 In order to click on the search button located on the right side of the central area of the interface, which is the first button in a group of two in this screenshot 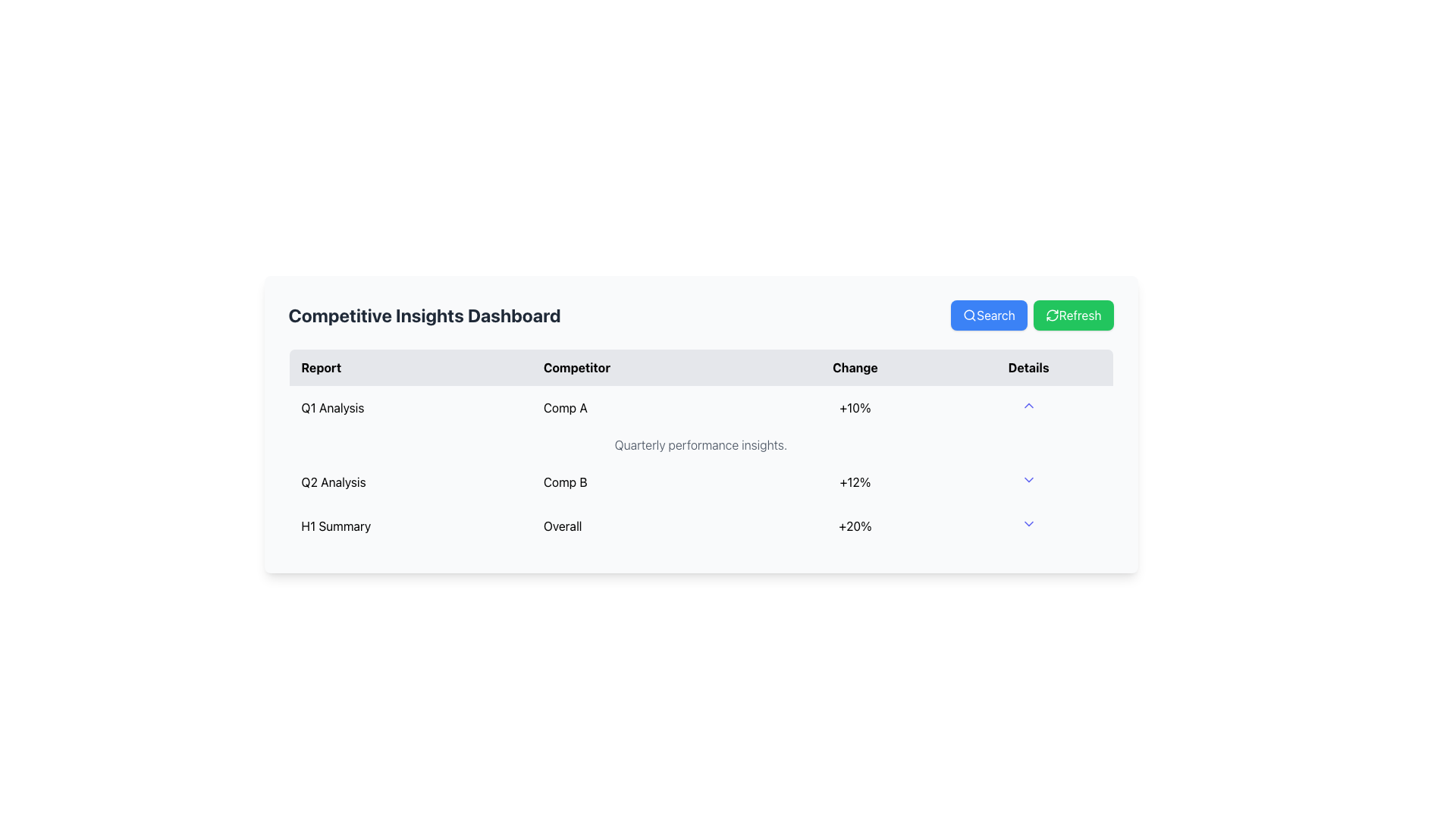, I will do `click(989, 315)`.